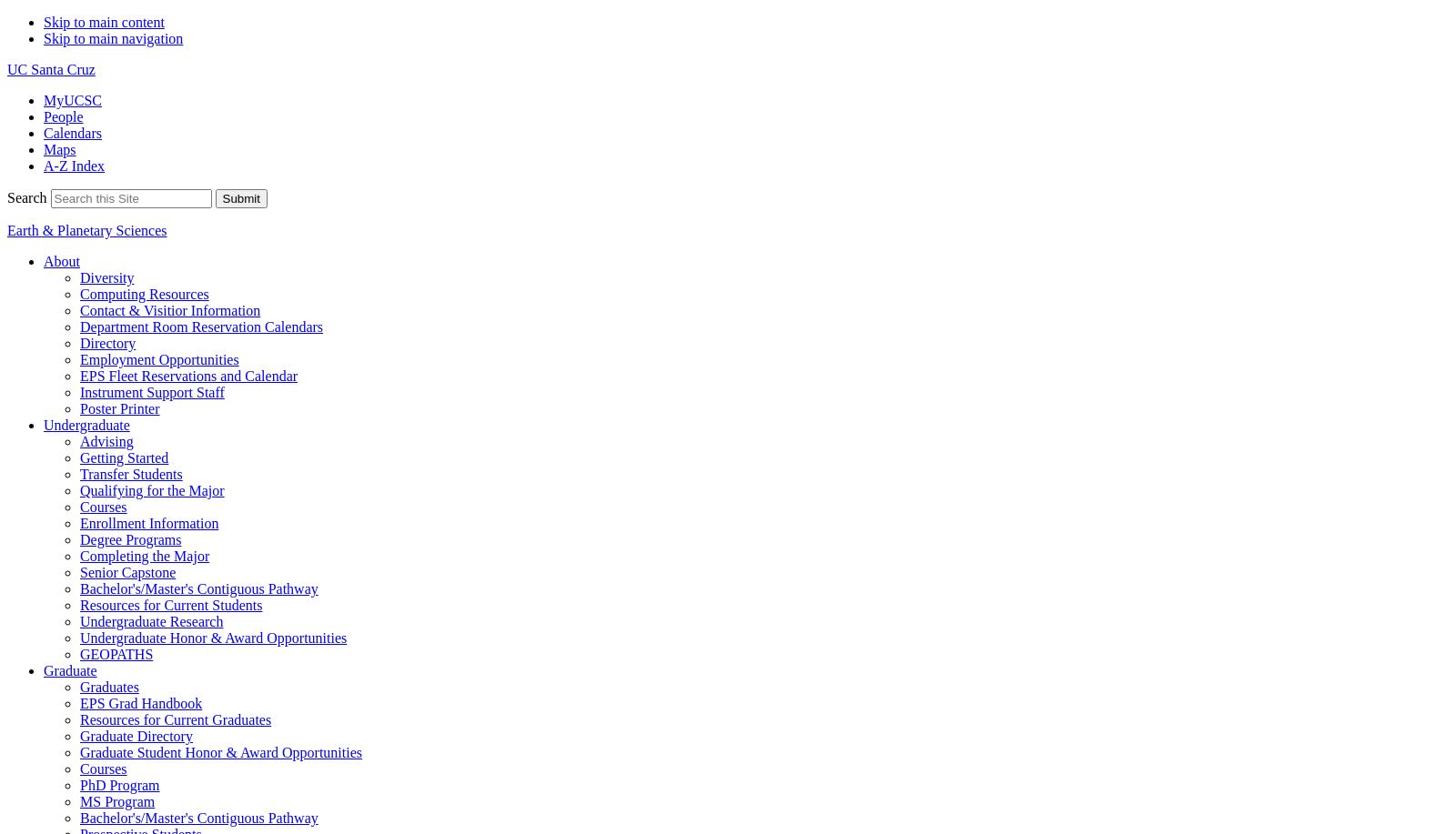 This screenshot has height=834, width=1456. I want to click on 'Poster Printer', so click(118, 408).